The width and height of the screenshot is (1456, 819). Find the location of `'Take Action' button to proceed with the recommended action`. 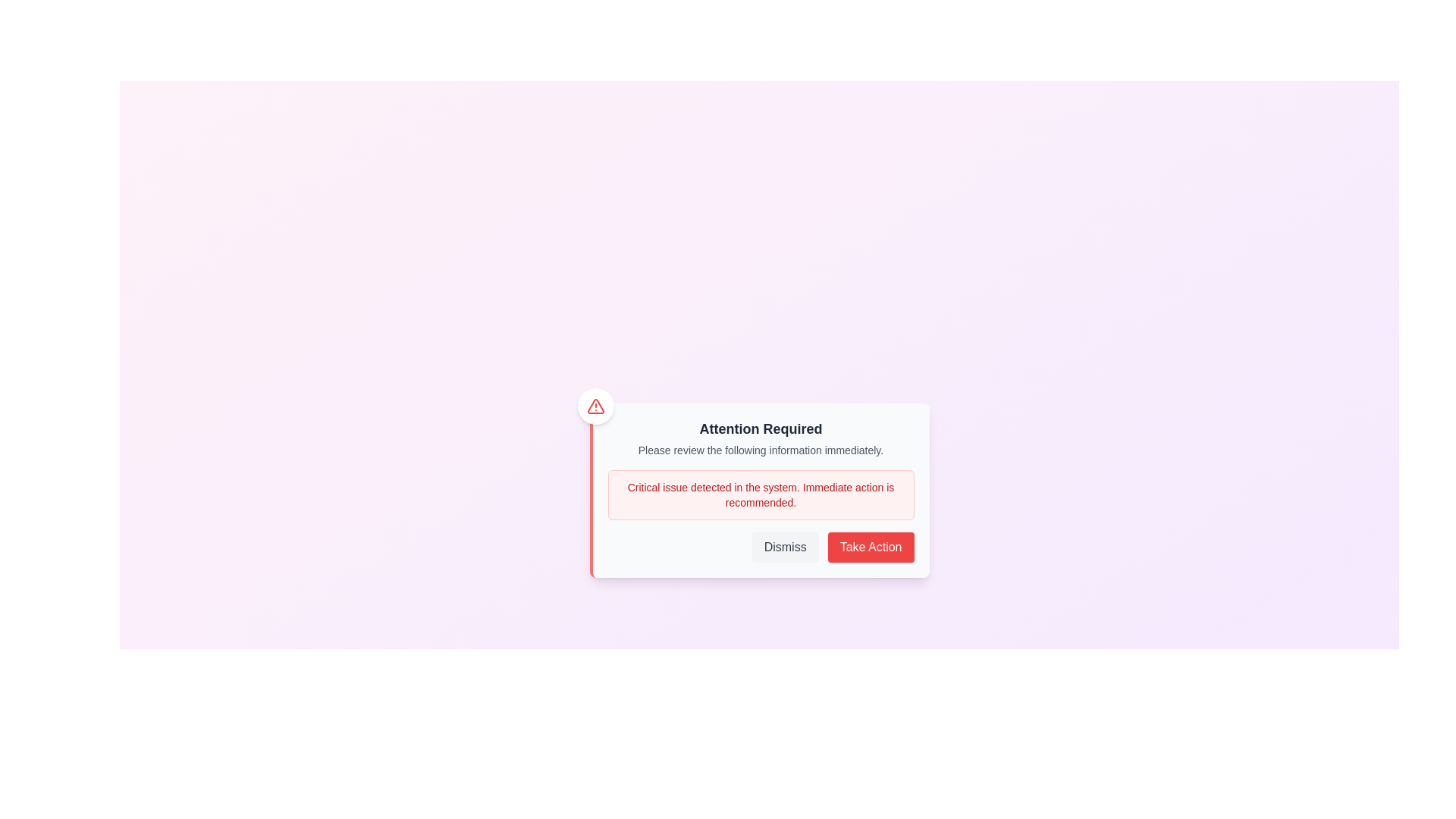

'Take Action' button to proceed with the recommended action is located at coordinates (871, 547).